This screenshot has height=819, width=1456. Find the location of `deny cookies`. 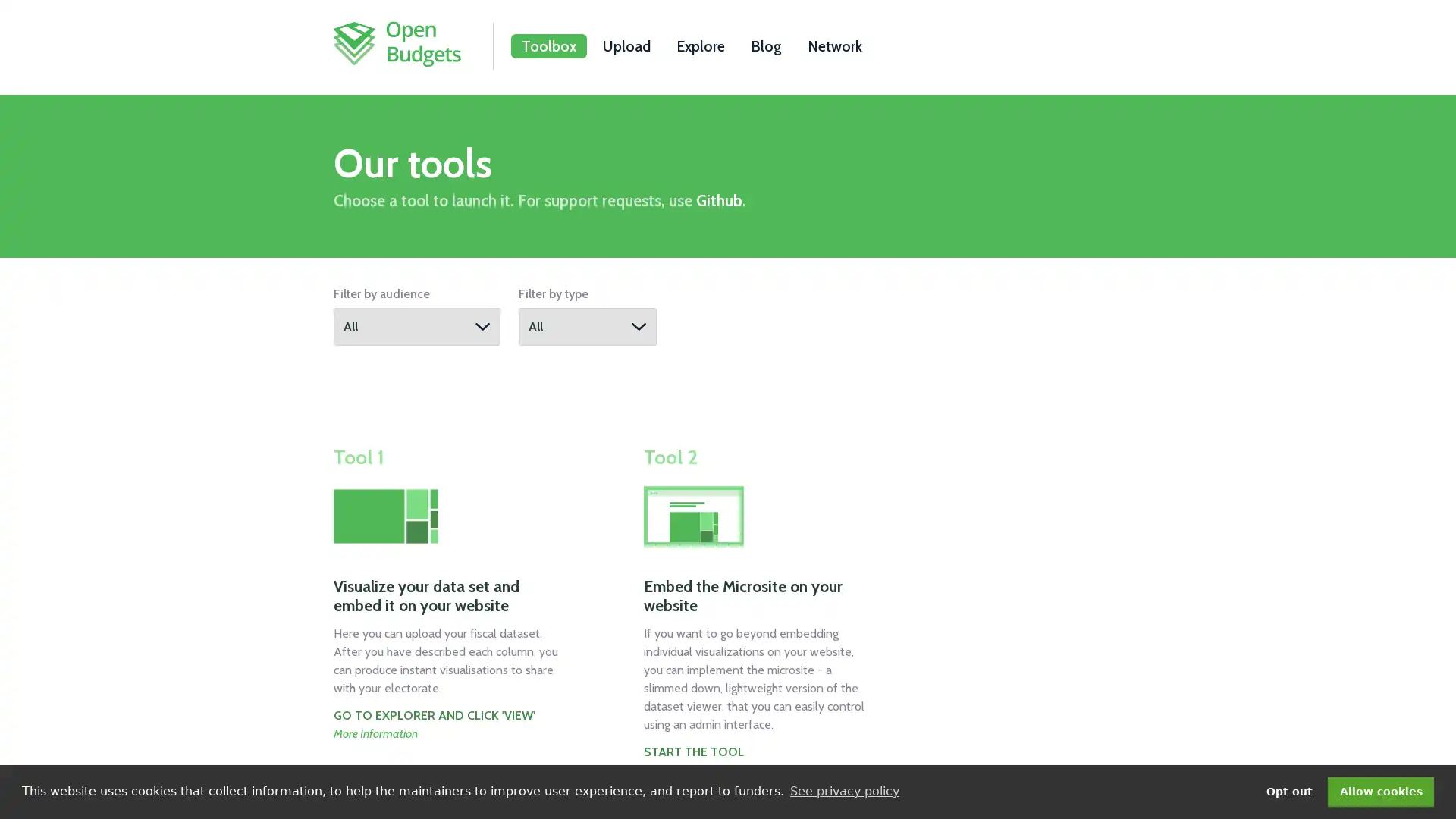

deny cookies is located at coordinates (1288, 791).